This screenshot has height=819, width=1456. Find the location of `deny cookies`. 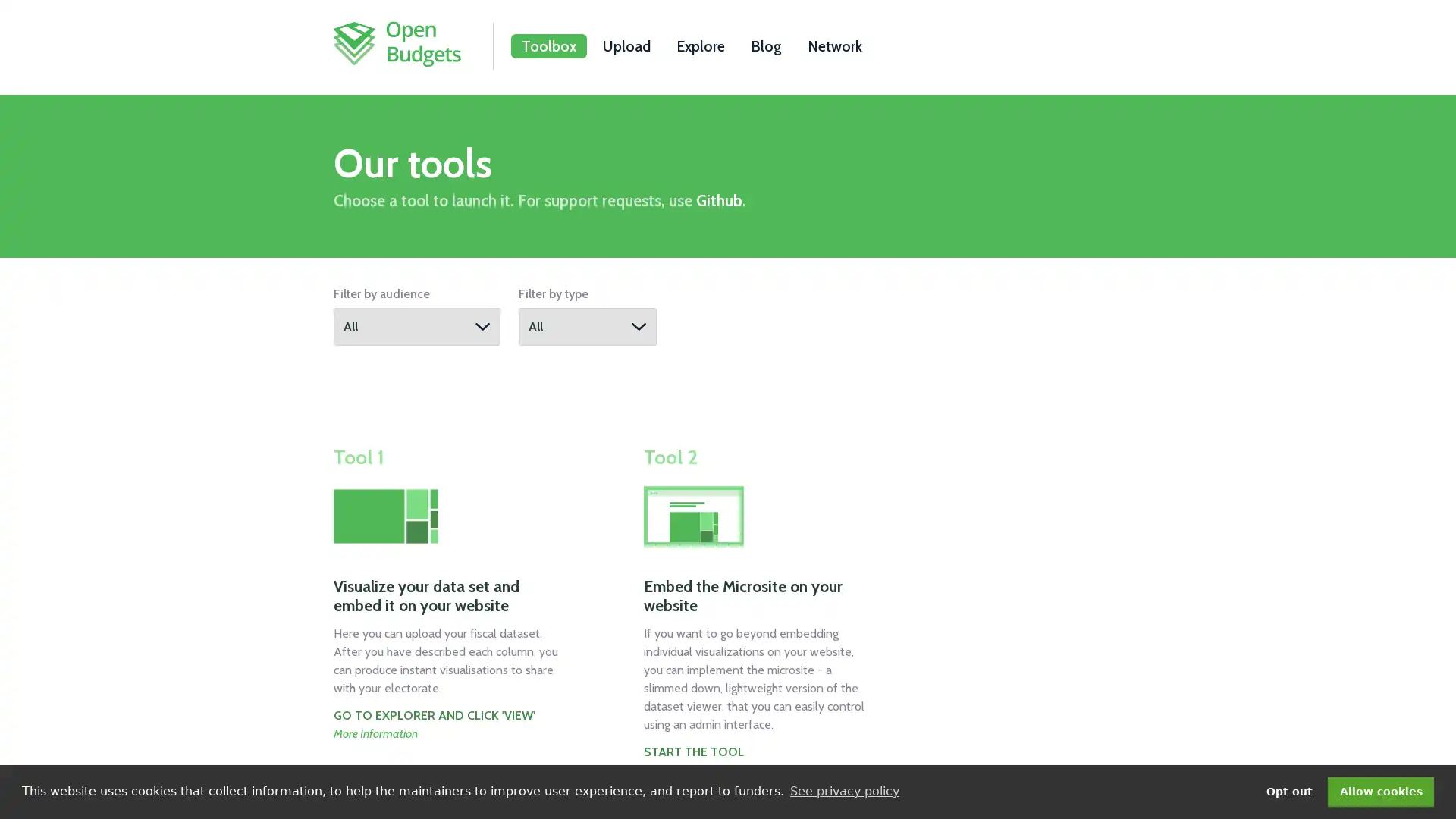

deny cookies is located at coordinates (1288, 791).